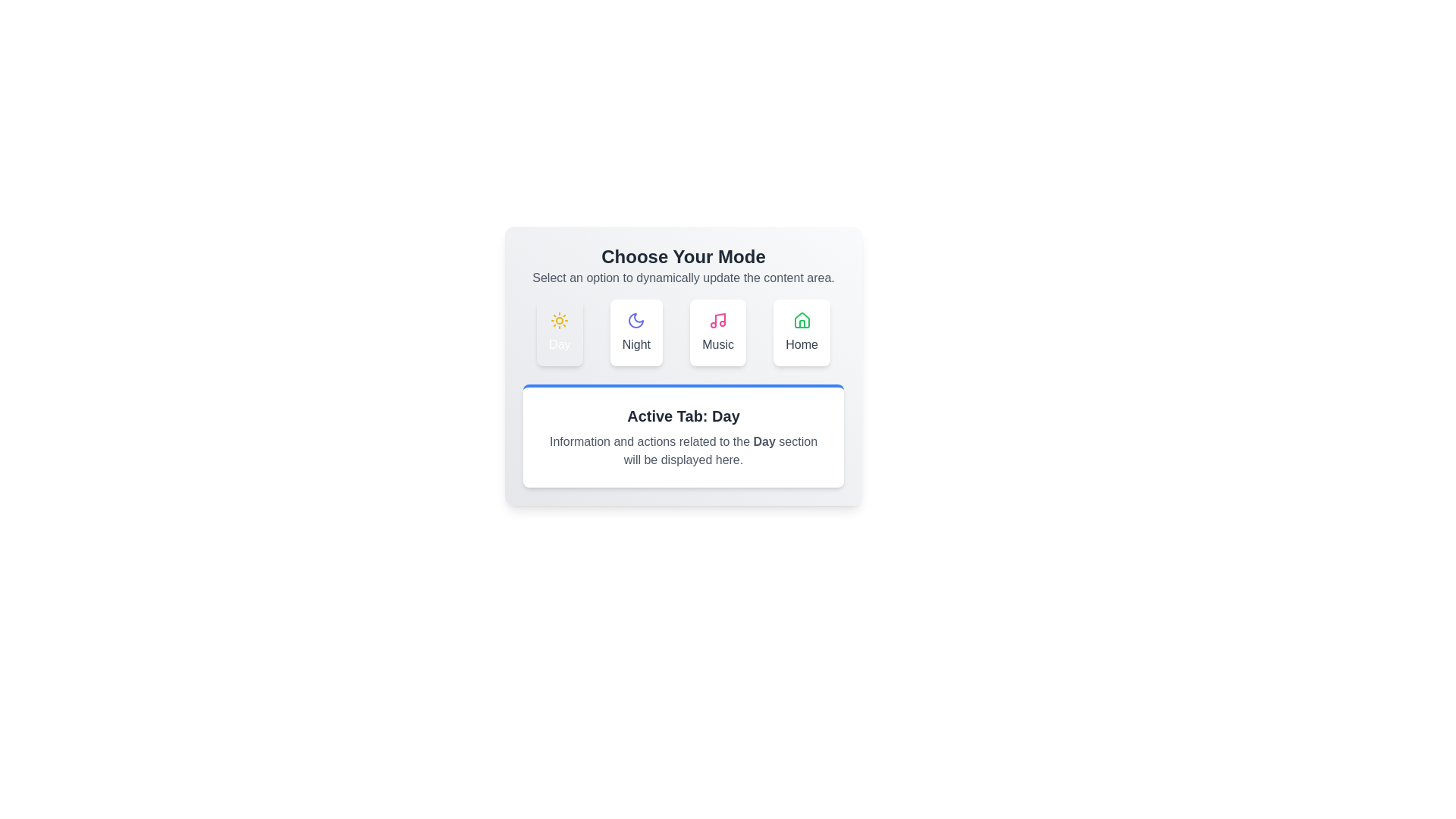 The height and width of the screenshot is (819, 1456). What do you see at coordinates (636, 320) in the screenshot?
I see `the crescent moon-shaped icon in blue, which represents nighttime mode, located inside the 'Night' button beneath the 'Choose Your Mode' heading` at bounding box center [636, 320].